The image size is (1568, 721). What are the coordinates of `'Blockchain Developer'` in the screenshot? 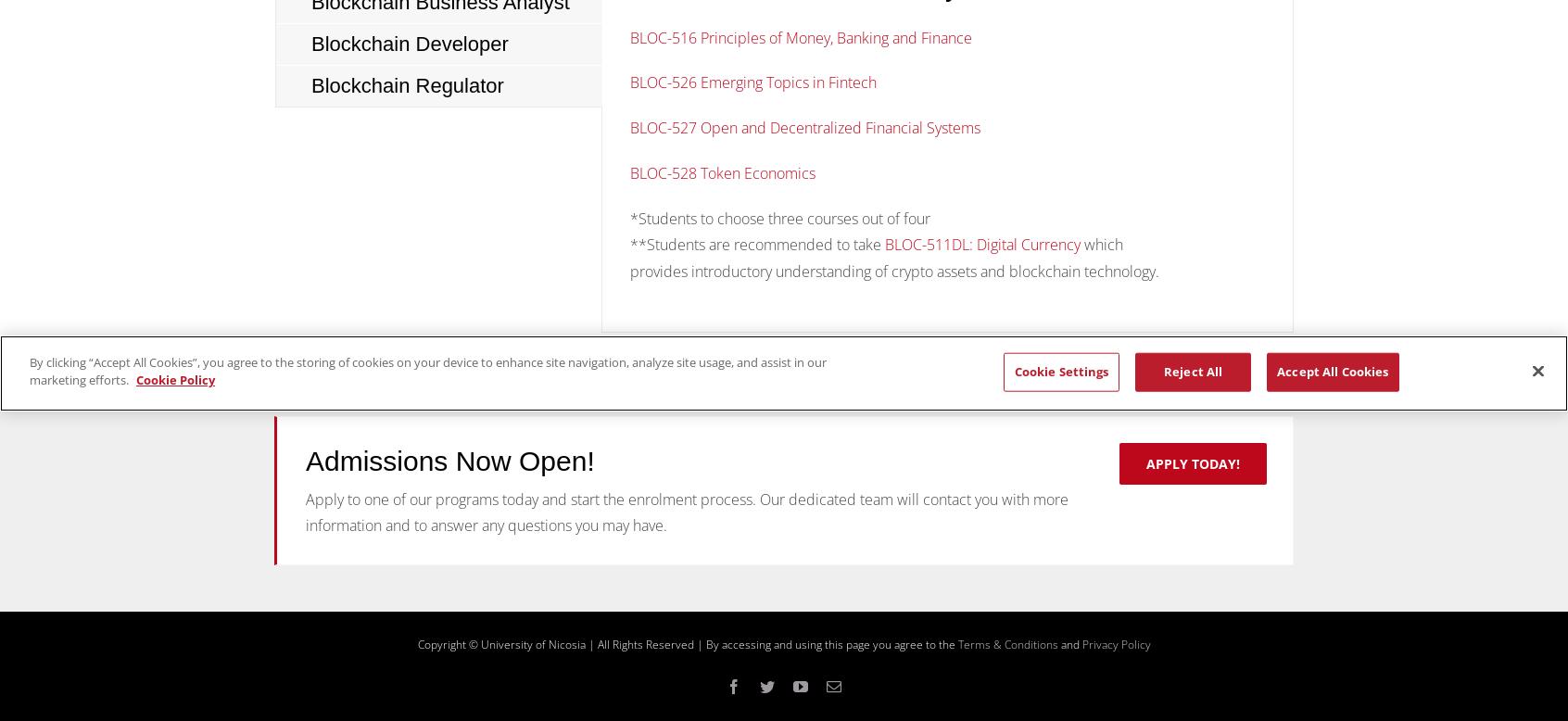 It's located at (408, 43).